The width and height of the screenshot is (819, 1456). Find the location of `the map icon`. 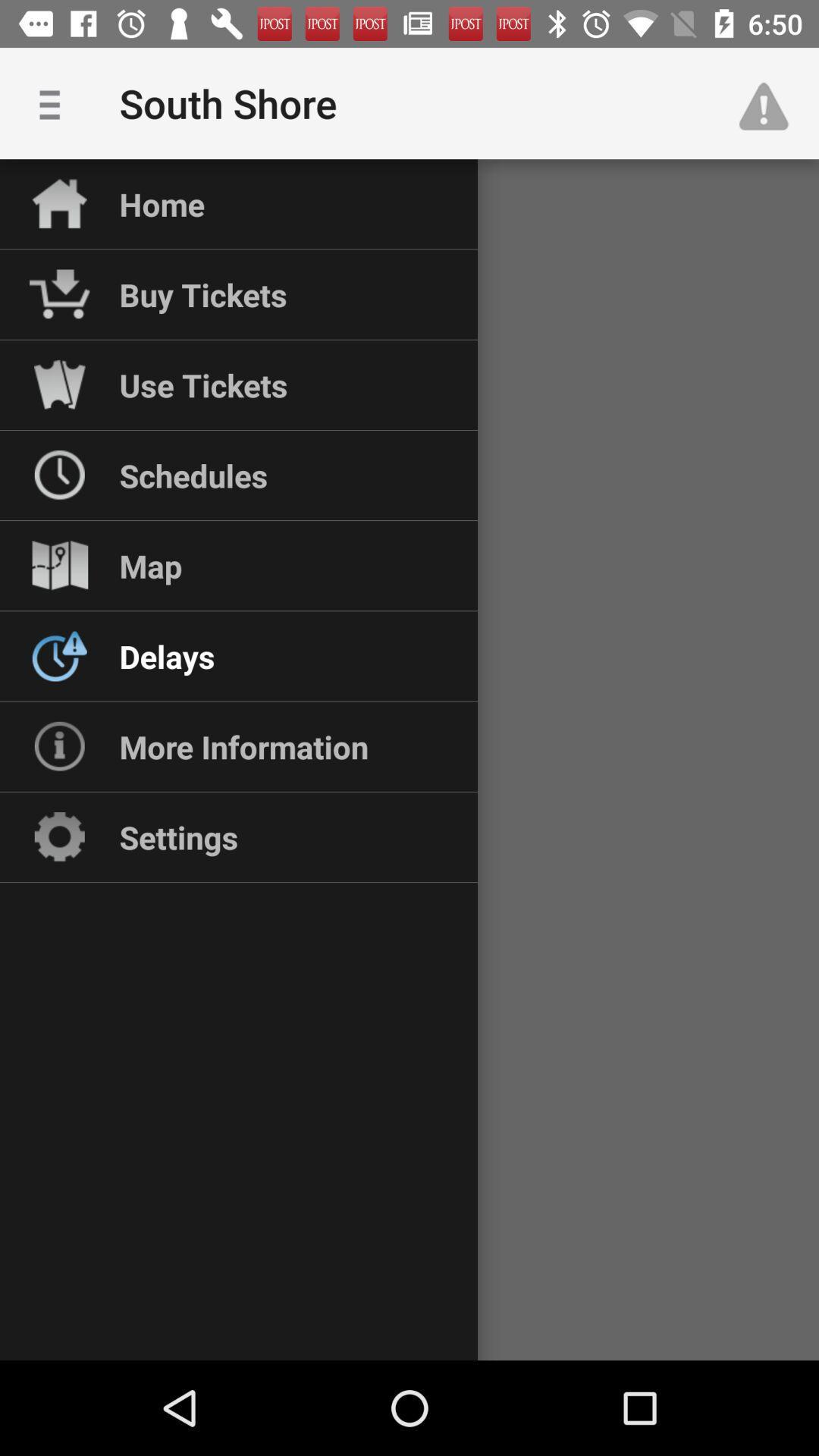

the map icon is located at coordinates (151, 565).